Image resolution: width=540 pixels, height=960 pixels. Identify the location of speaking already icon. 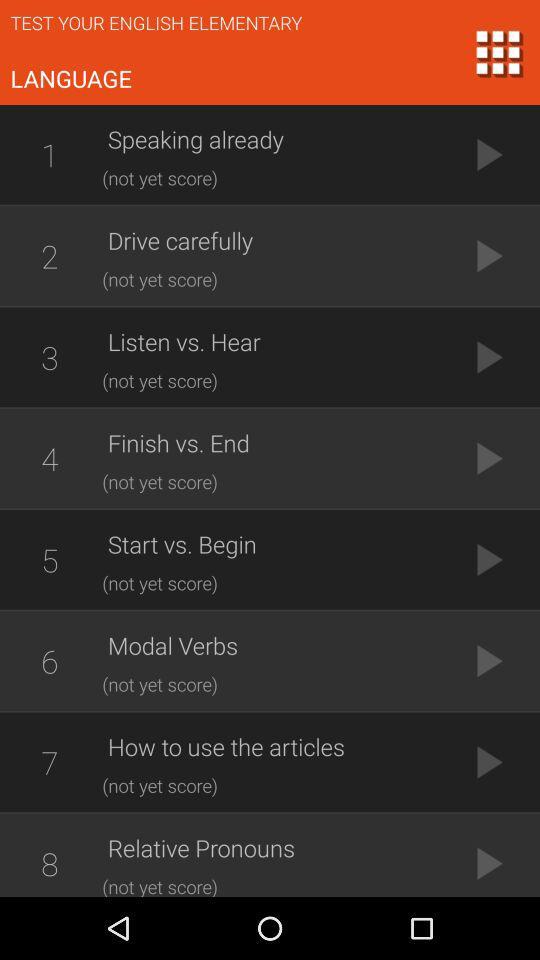
(274, 138).